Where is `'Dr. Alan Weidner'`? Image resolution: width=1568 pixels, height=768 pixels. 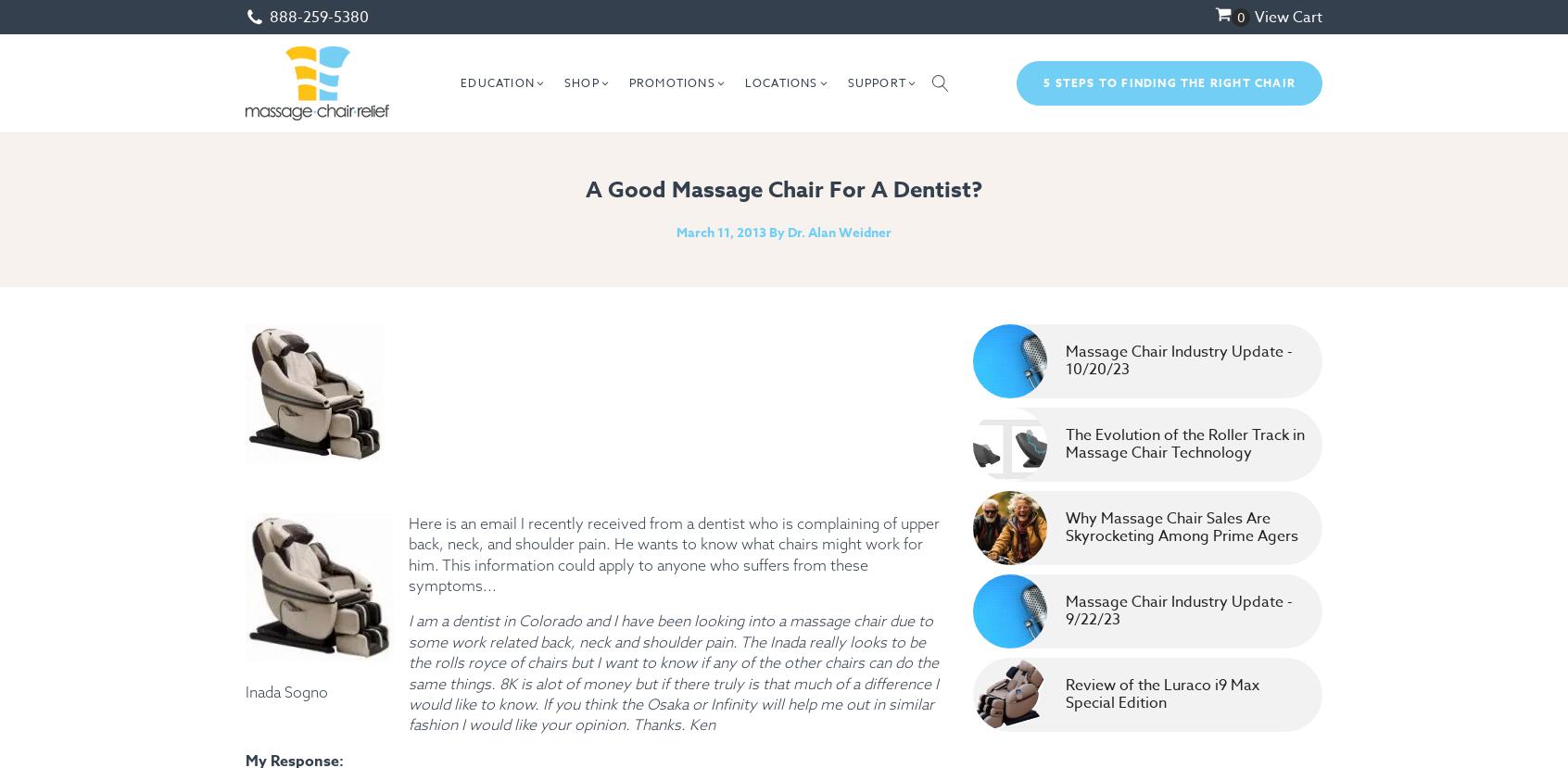 'Dr. Alan Weidner' is located at coordinates (839, 232).